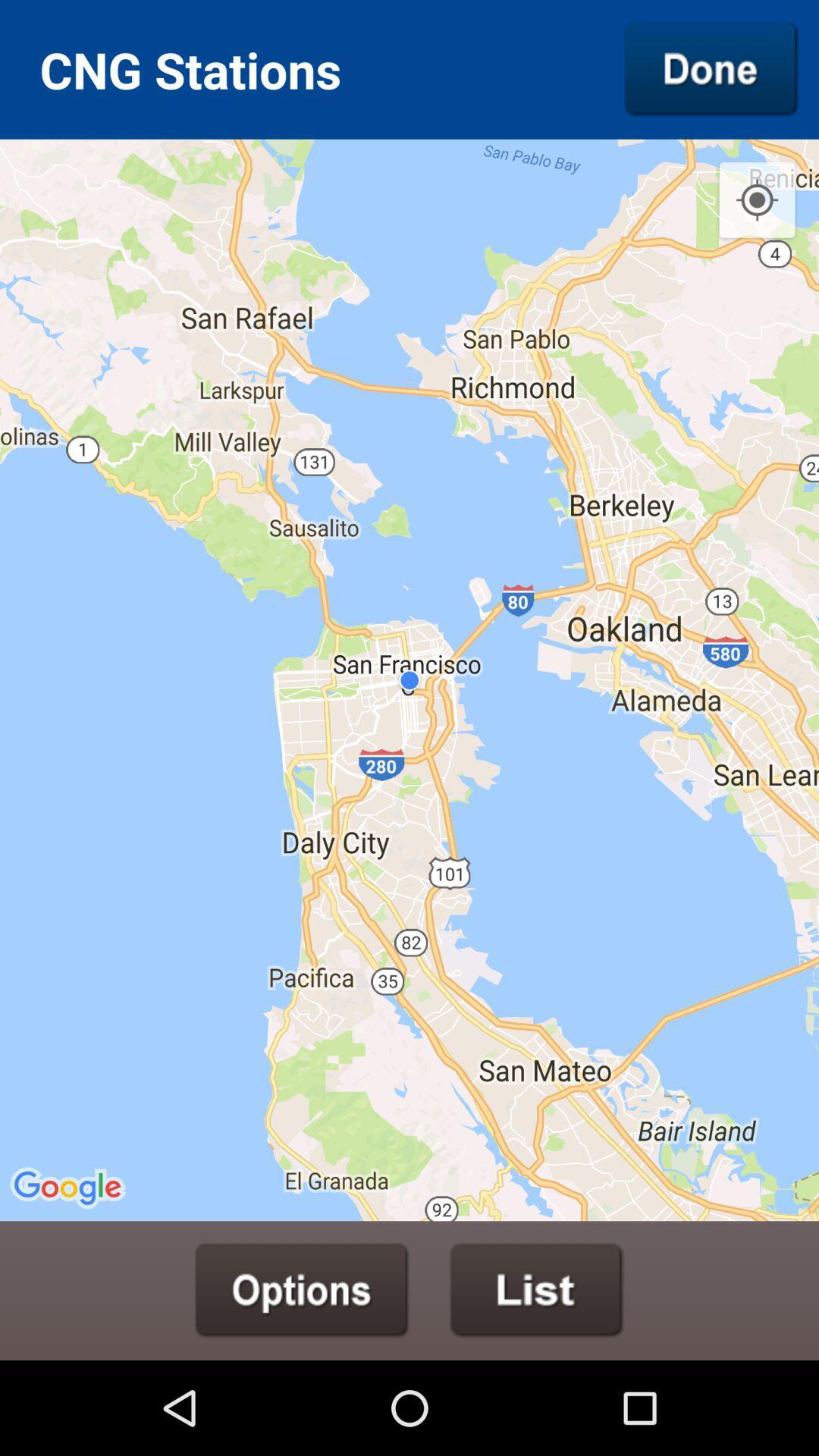 This screenshot has width=819, height=1456. Describe the element at coordinates (711, 68) in the screenshot. I see `icon to the right of the cng stations icon` at that location.